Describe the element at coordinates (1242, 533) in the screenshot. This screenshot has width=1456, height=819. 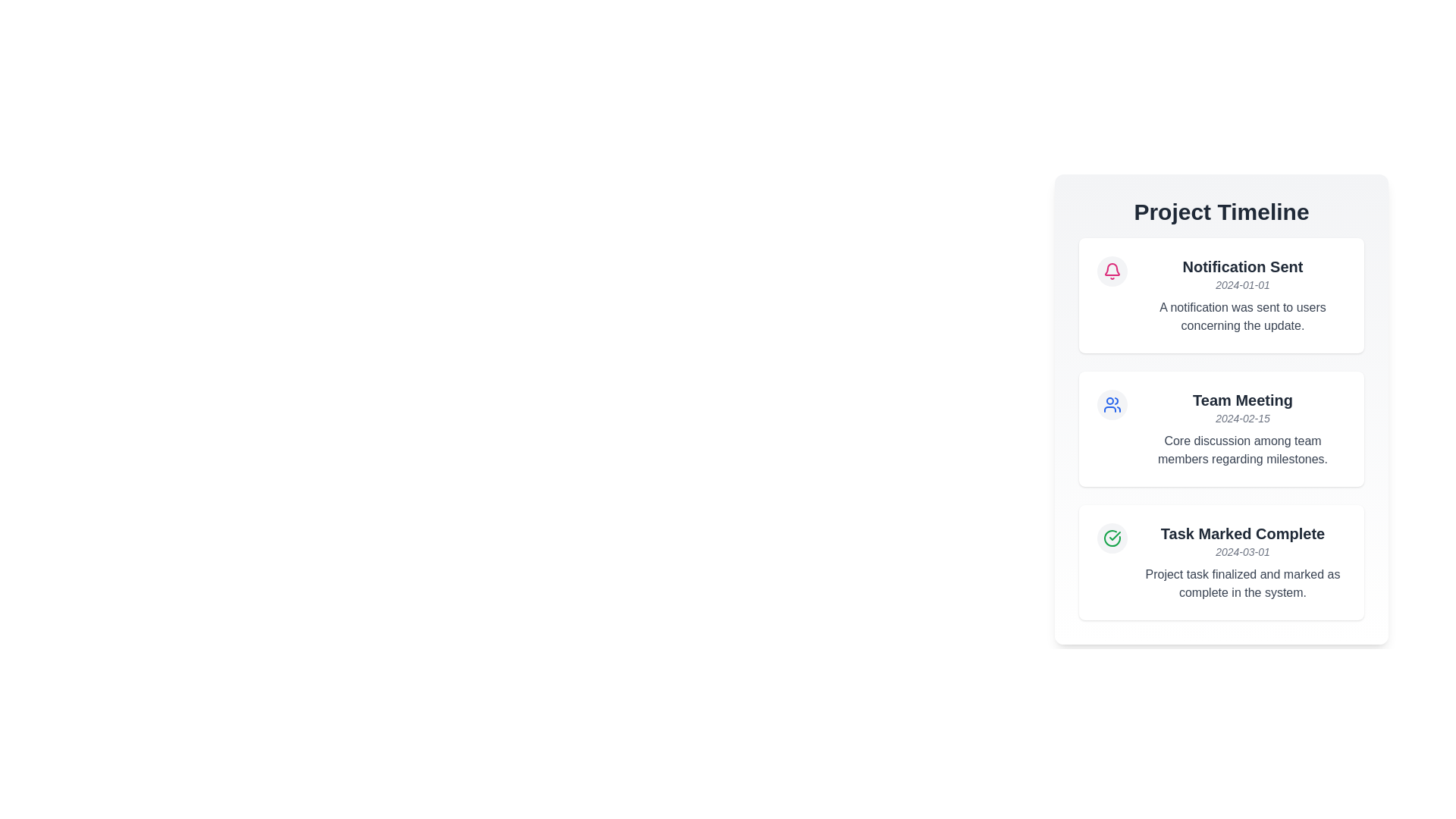
I see `the text element displaying 'Task Marked Complete' located at the top of the third card in the 'Project Timeline' layout` at that location.